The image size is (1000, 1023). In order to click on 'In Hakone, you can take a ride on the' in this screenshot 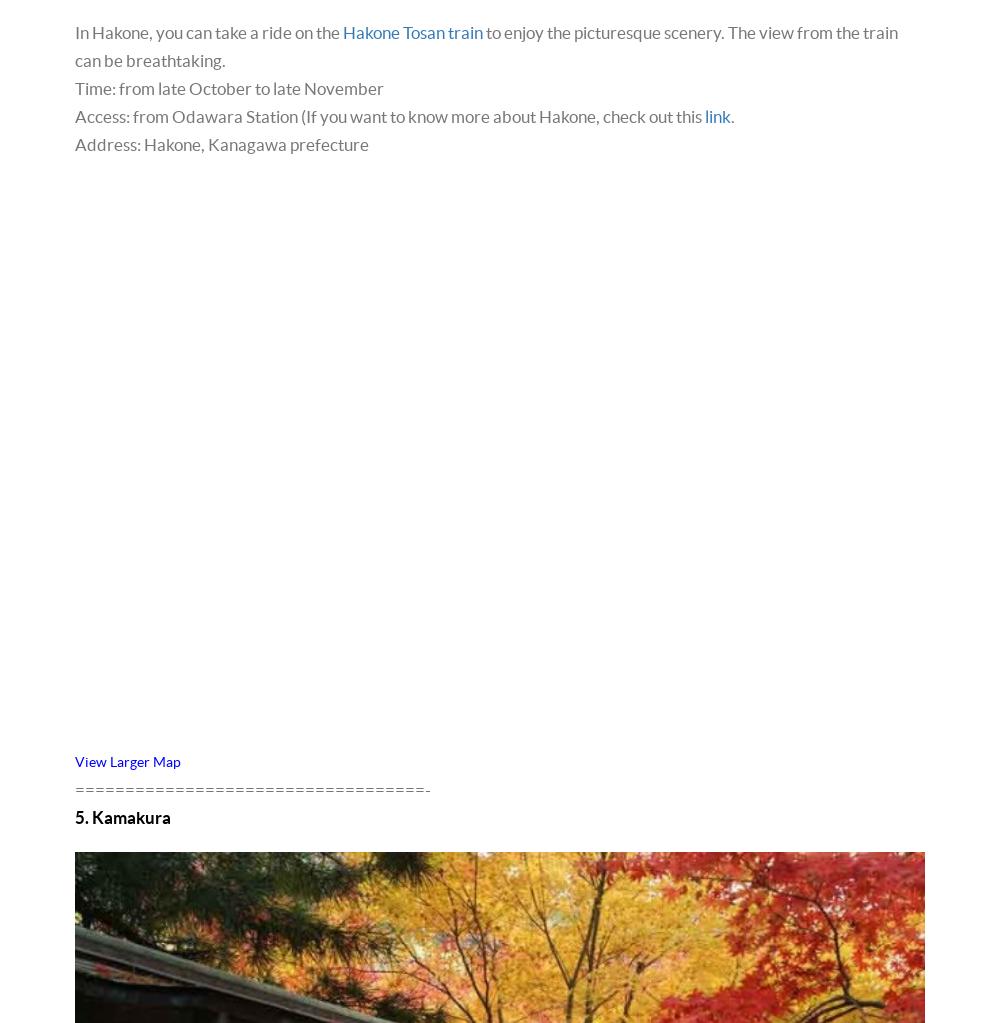, I will do `click(208, 31)`.